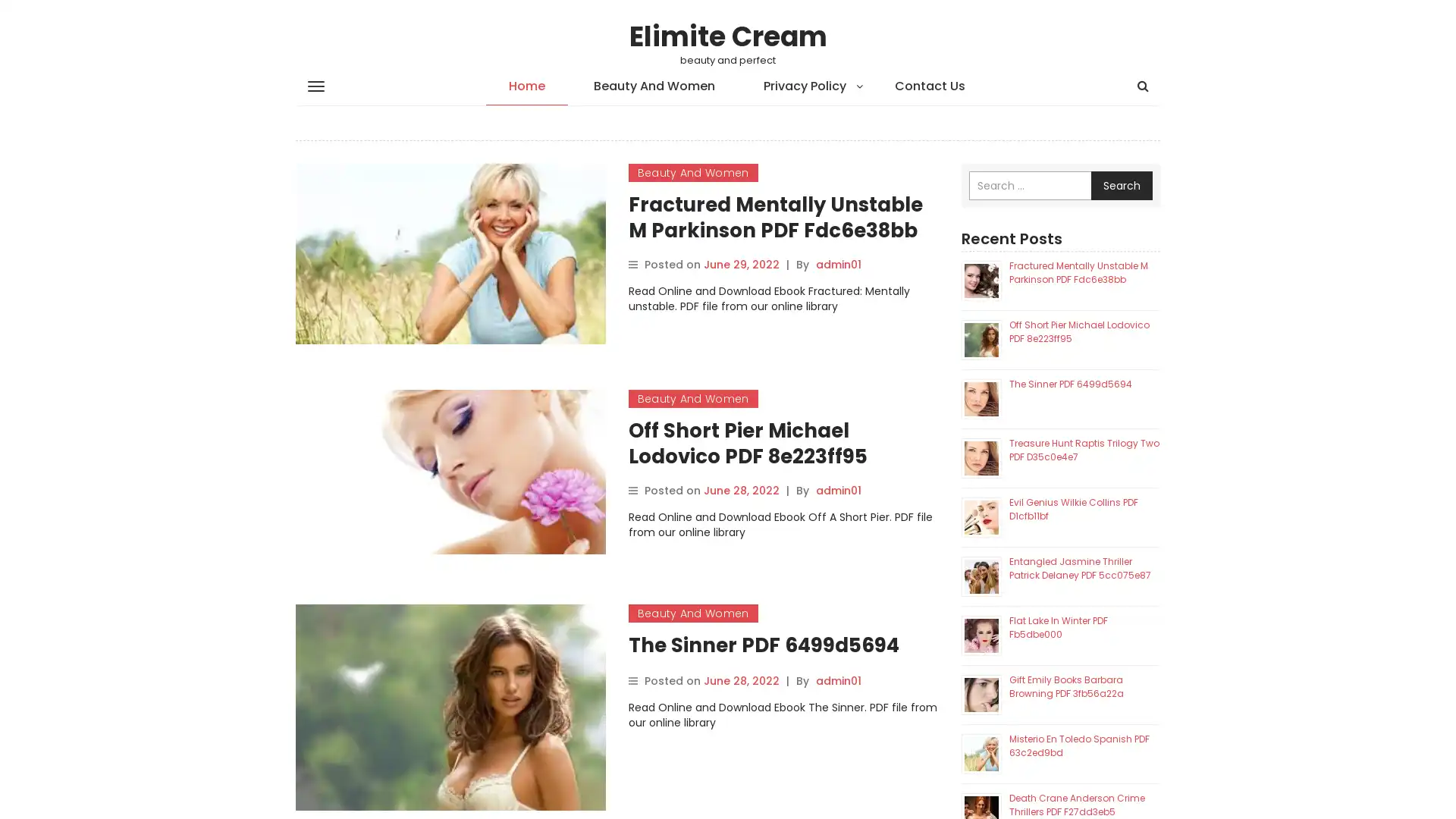  I want to click on Search, so click(1122, 185).